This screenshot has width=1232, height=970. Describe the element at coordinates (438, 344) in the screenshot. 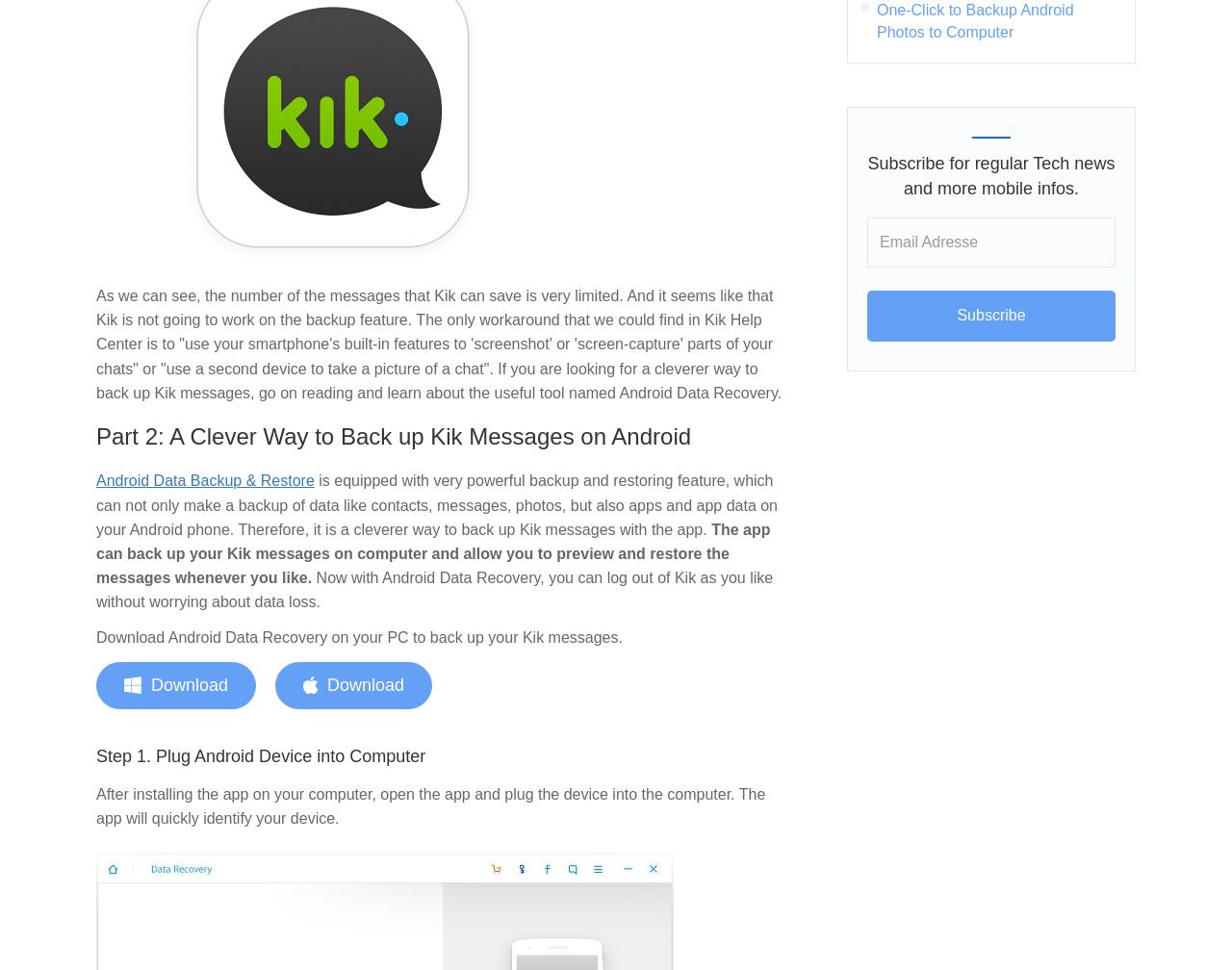

I see `'As we can see, the number of the messages that Kik can save is very limited. And it seems like that Kik is not going to work on the backup feature. The only workaround that we could find in Kik Help Center is to "use your smartphone's built-in features to 'screenshot' or 'screen-capture' parts of your chats" or "use a second device to take a picture of a chat". If you are looking for a cleverer way to back up Kik messages, go on reading and learn about the useful tool named Android Data Recovery.'` at that location.